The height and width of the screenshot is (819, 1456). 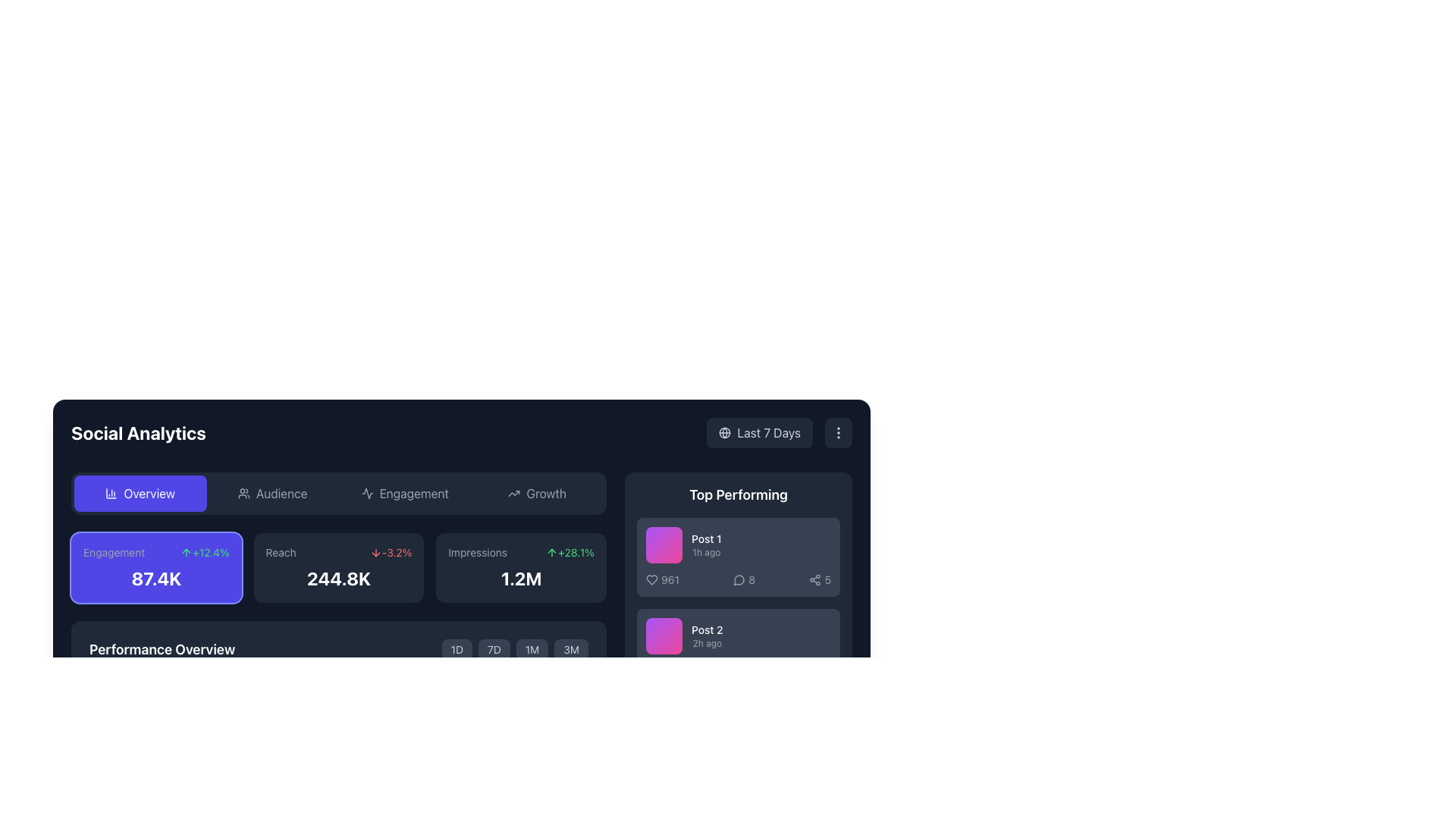 What do you see at coordinates (111, 494) in the screenshot?
I see `the leftmost SVG icon in the navigation bar that represents data-related actions or categories` at bounding box center [111, 494].